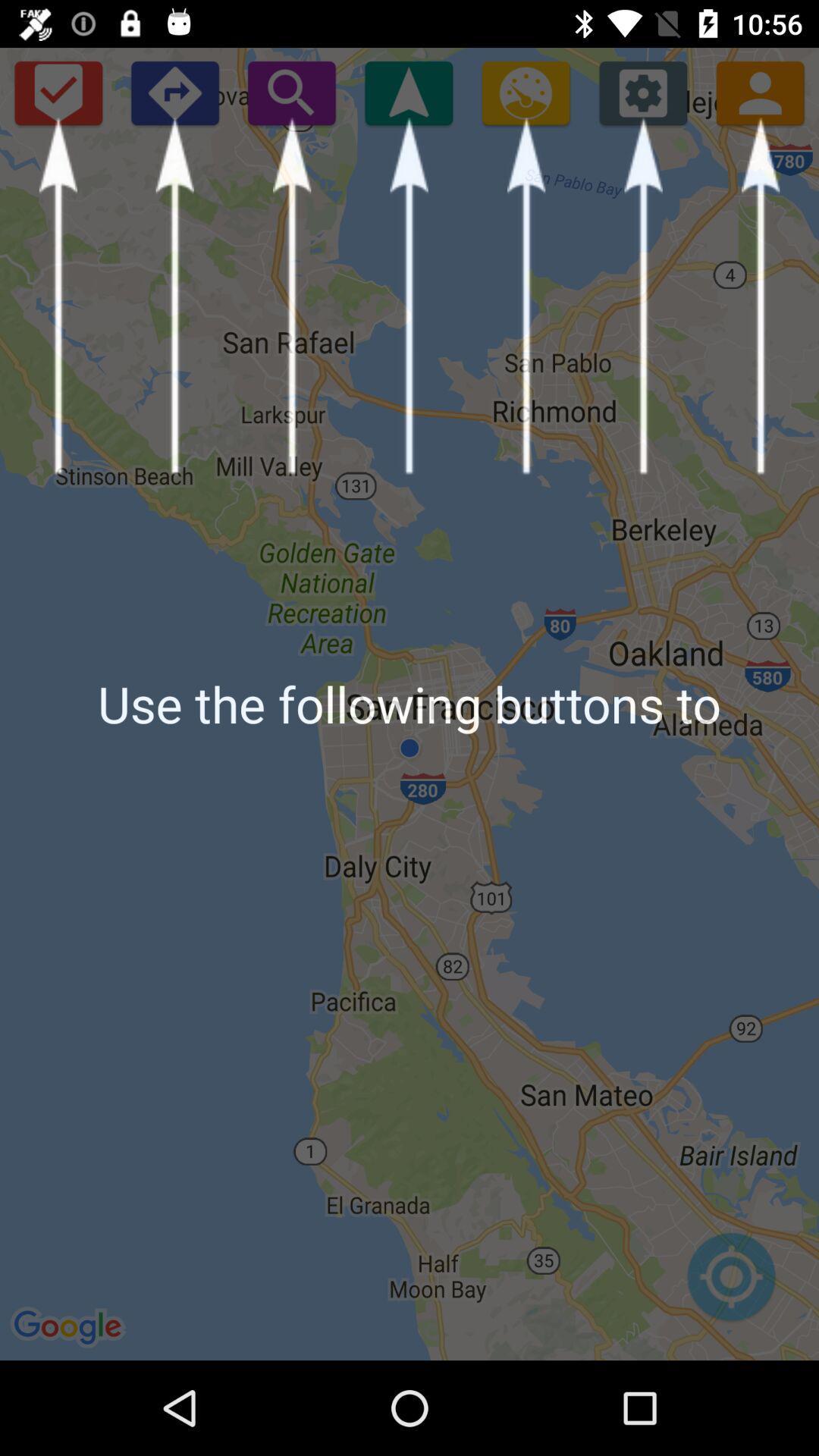 This screenshot has width=819, height=1456. I want to click on icon at the bottom right corner, so click(730, 1284).